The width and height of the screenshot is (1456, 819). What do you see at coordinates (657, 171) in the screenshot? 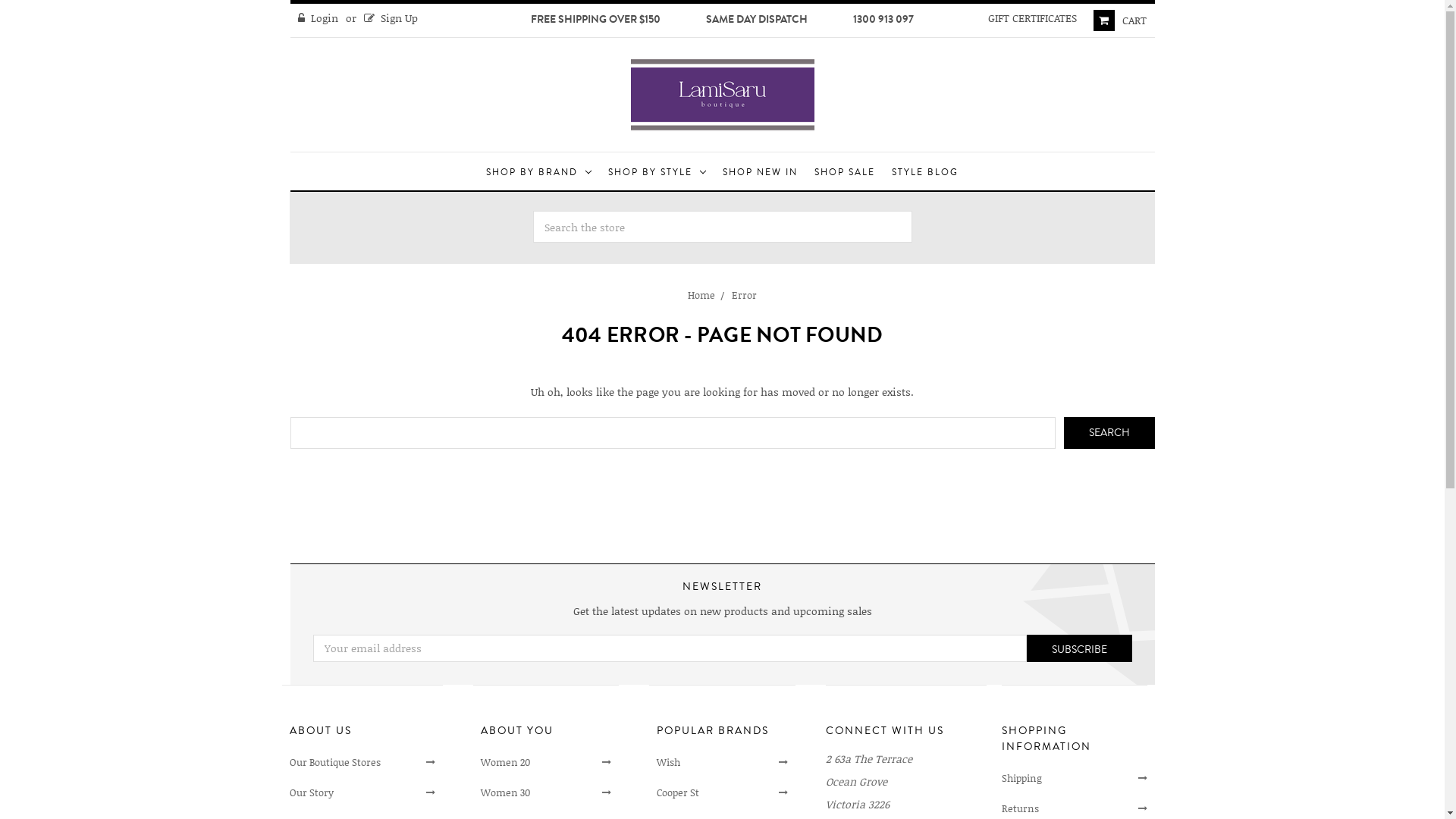
I see `'SHOP BY STYLE'` at bounding box center [657, 171].